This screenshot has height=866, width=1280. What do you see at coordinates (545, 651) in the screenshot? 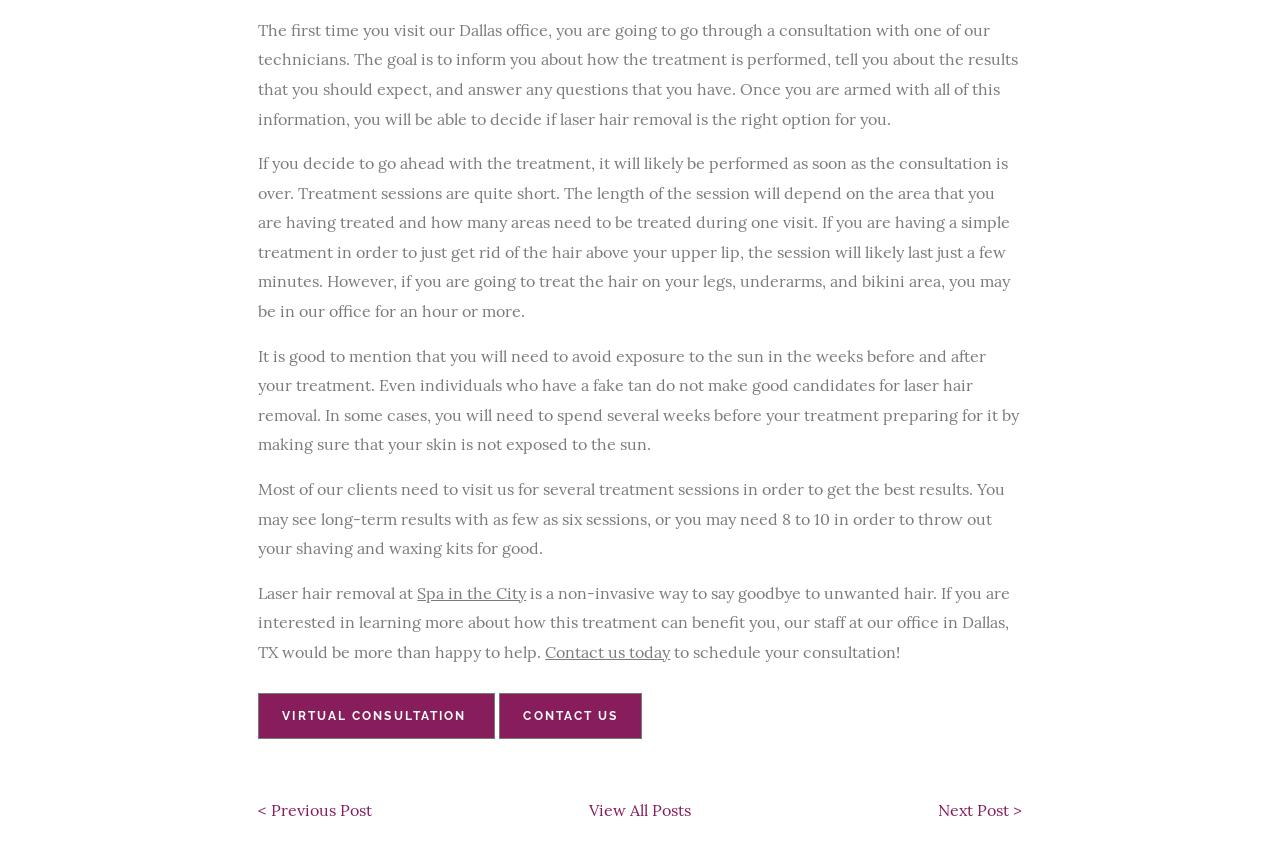
I see `'Contact us today'` at bounding box center [545, 651].